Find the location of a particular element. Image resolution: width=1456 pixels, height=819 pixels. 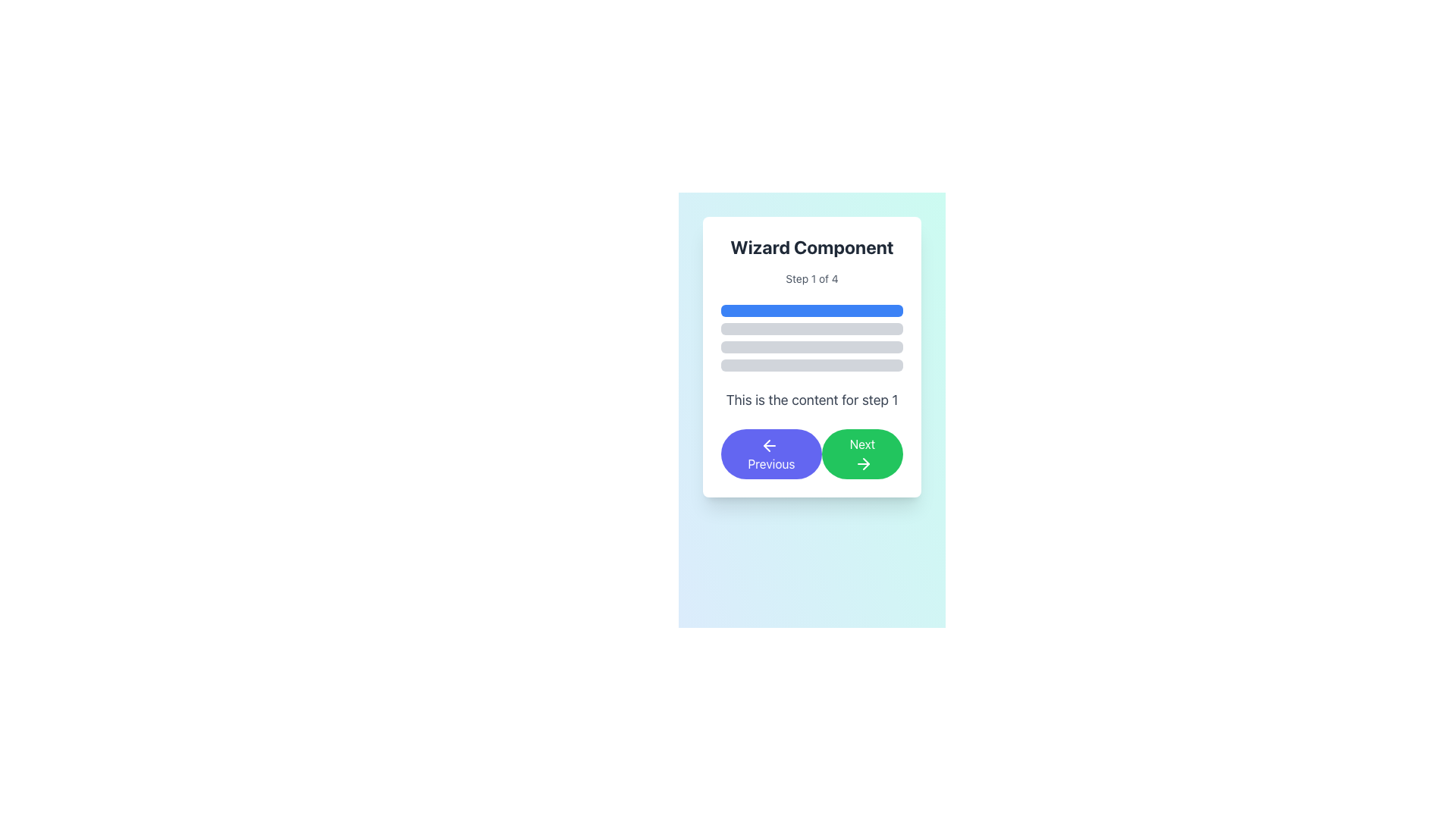

the bold, large-sized text label stating 'Wizard Component' located at the top of the wizard component card is located at coordinates (811, 246).